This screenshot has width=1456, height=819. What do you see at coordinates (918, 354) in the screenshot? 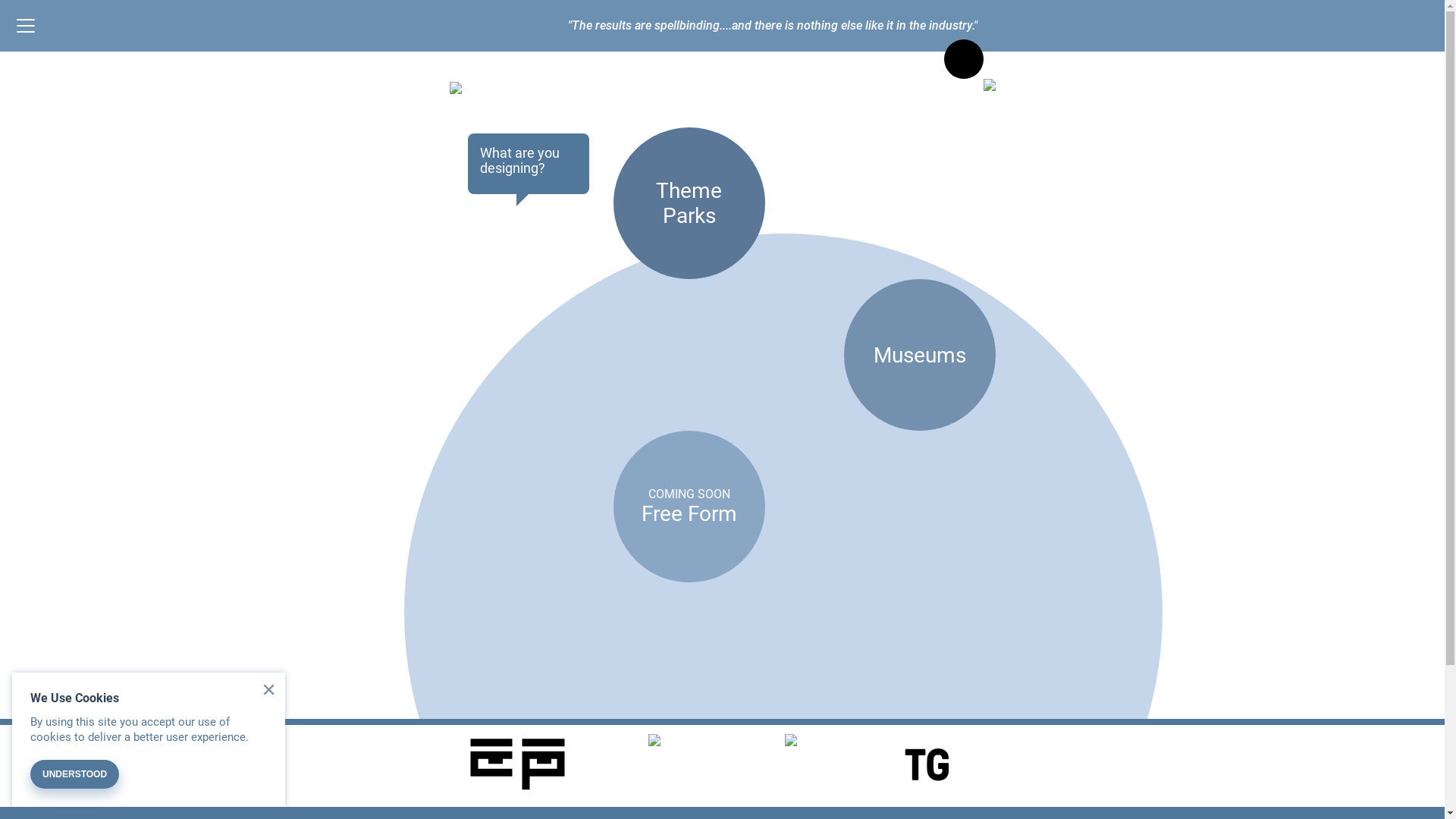
I see `'Museums'` at bounding box center [918, 354].